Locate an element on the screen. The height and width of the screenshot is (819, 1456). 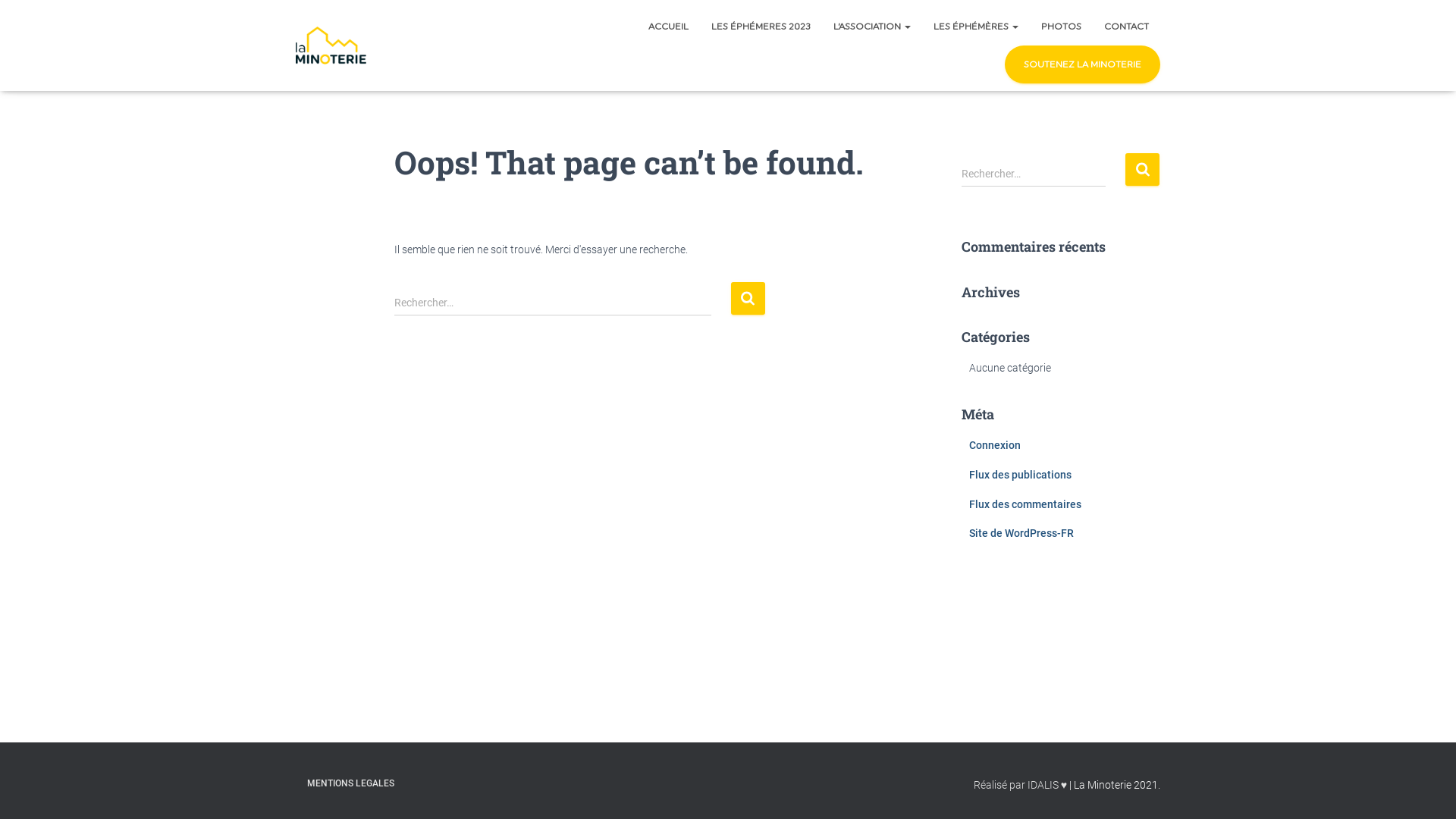
'SOUTENEZ LA MINOTERIE' is located at coordinates (1081, 63).